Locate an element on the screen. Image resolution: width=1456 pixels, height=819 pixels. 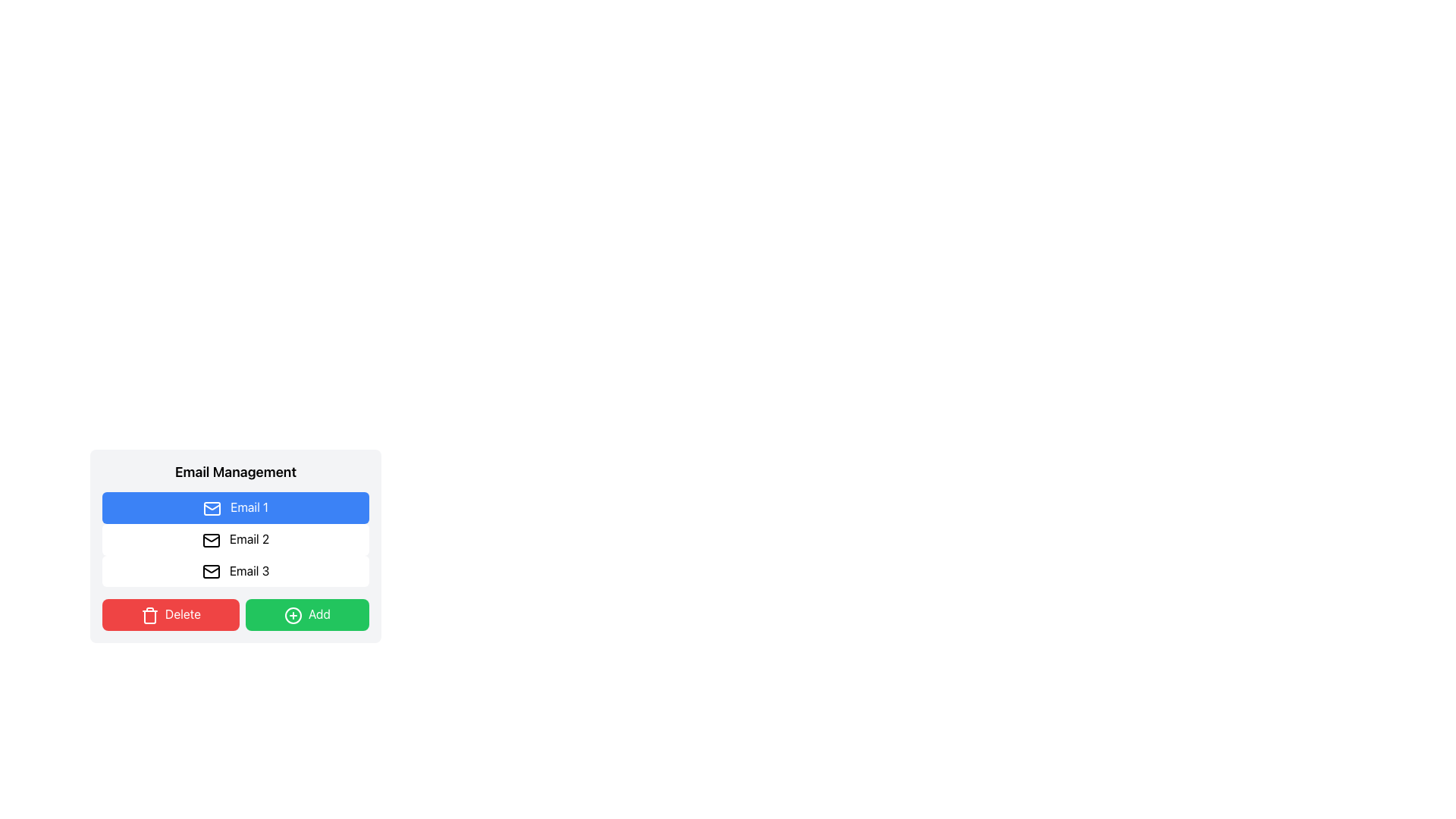
the decorative SVG icon for delete functionality located within the delete button at the bottom left corner of the panel is located at coordinates (149, 617).